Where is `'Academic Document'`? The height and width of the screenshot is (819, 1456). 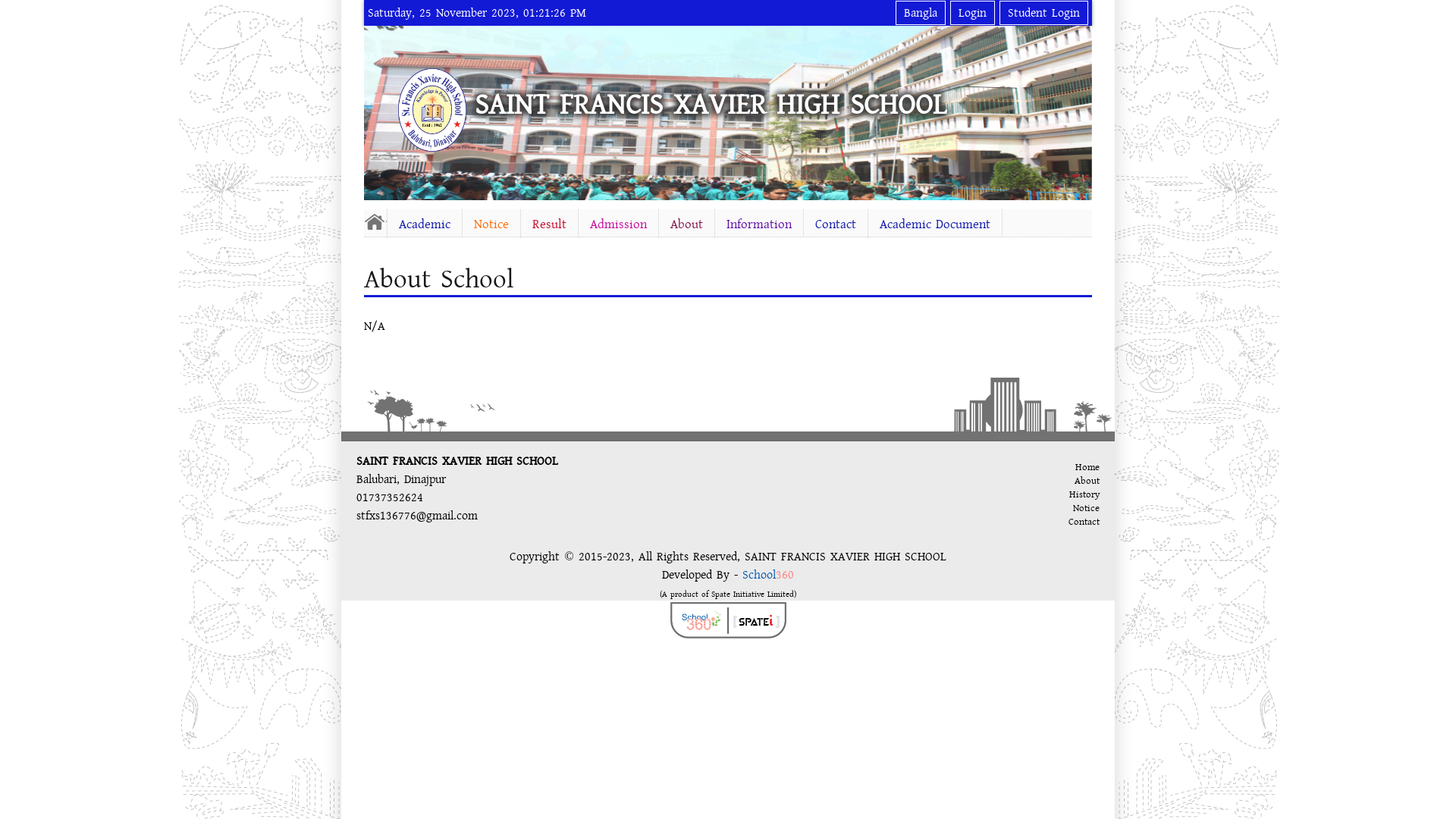
'Academic Document' is located at coordinates (934, 224).